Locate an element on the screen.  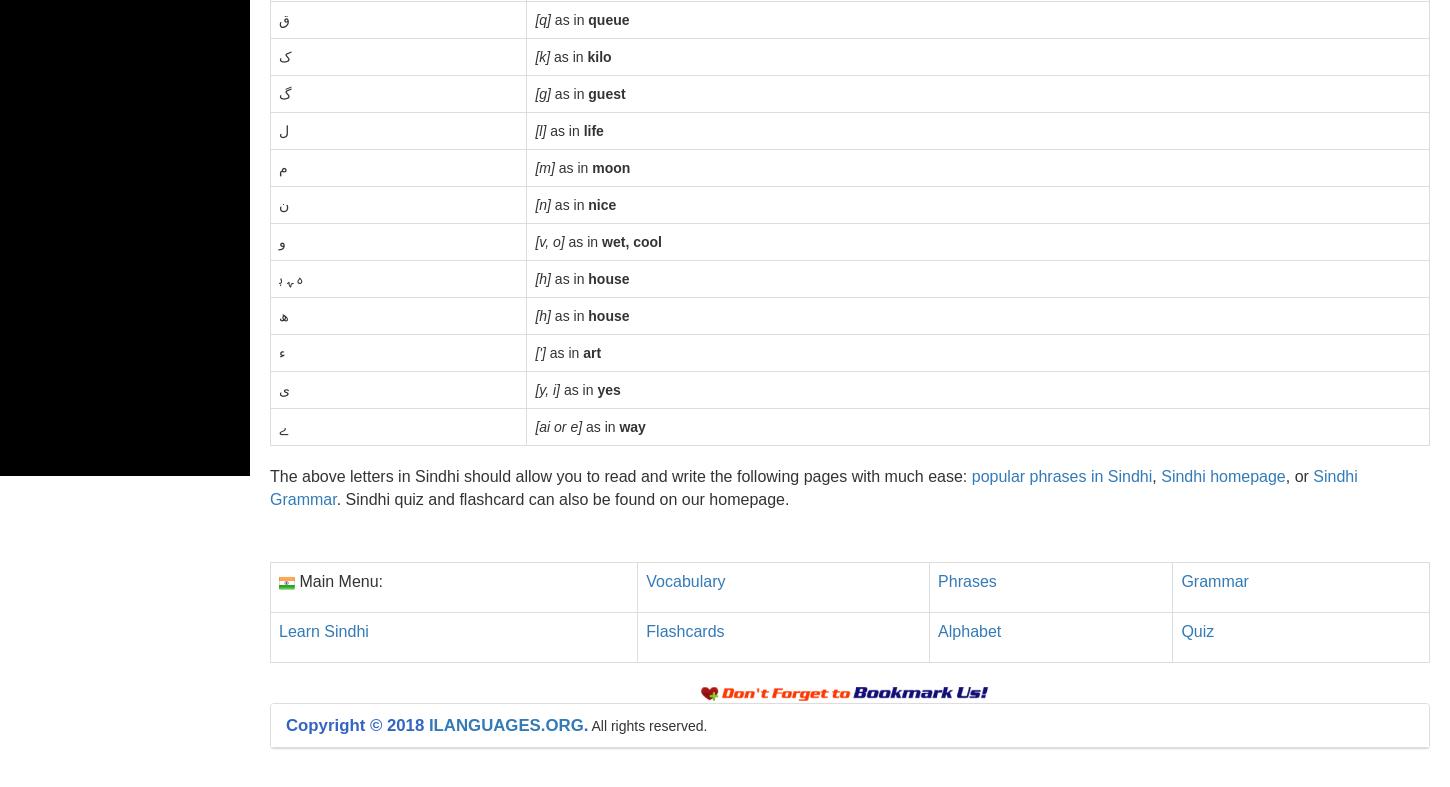
'[g]' is located at coordinates (542, 92).